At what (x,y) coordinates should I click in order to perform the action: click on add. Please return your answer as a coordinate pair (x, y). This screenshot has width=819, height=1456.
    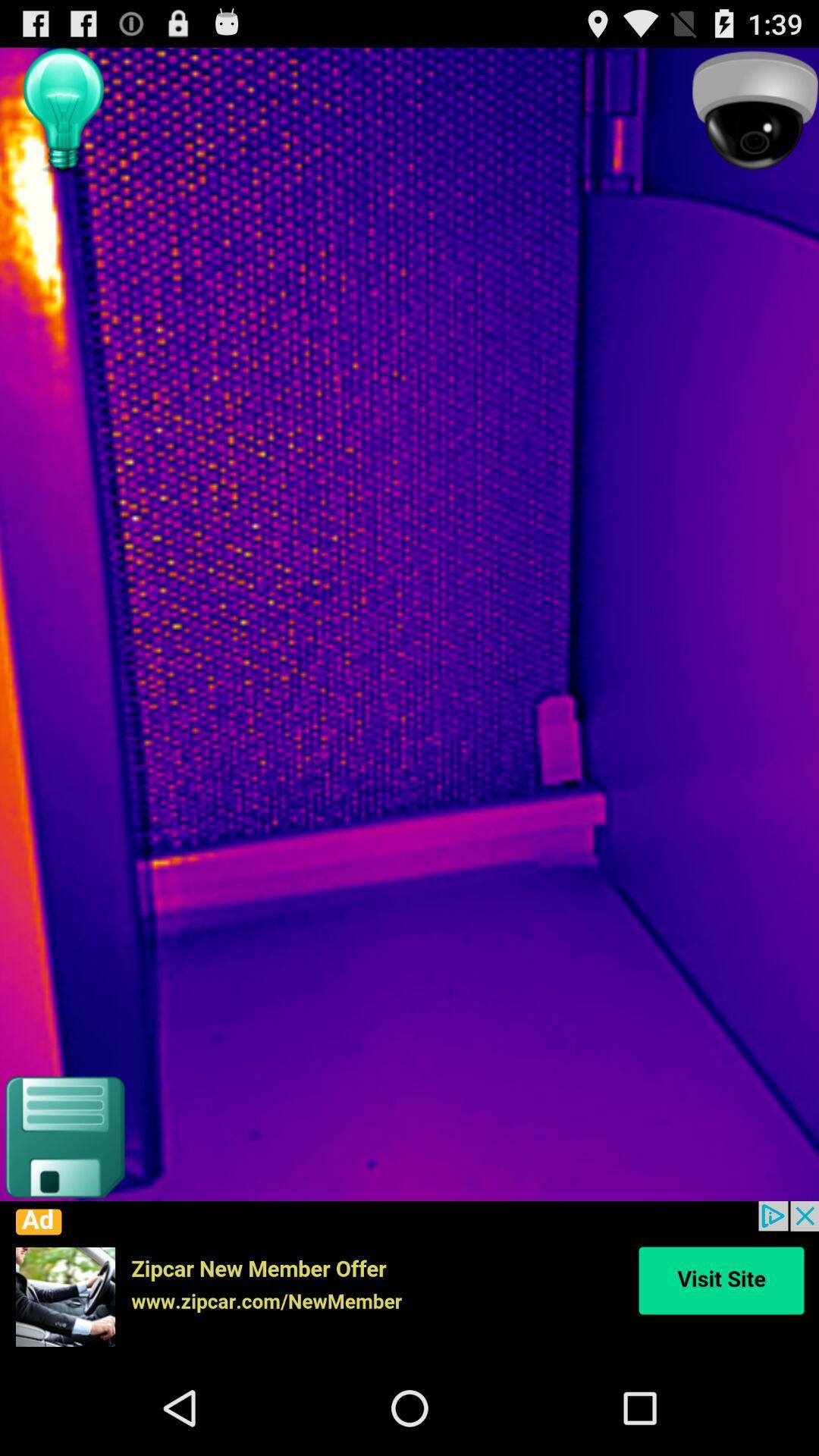
    Looking at the image, I should click on (409, 1280).